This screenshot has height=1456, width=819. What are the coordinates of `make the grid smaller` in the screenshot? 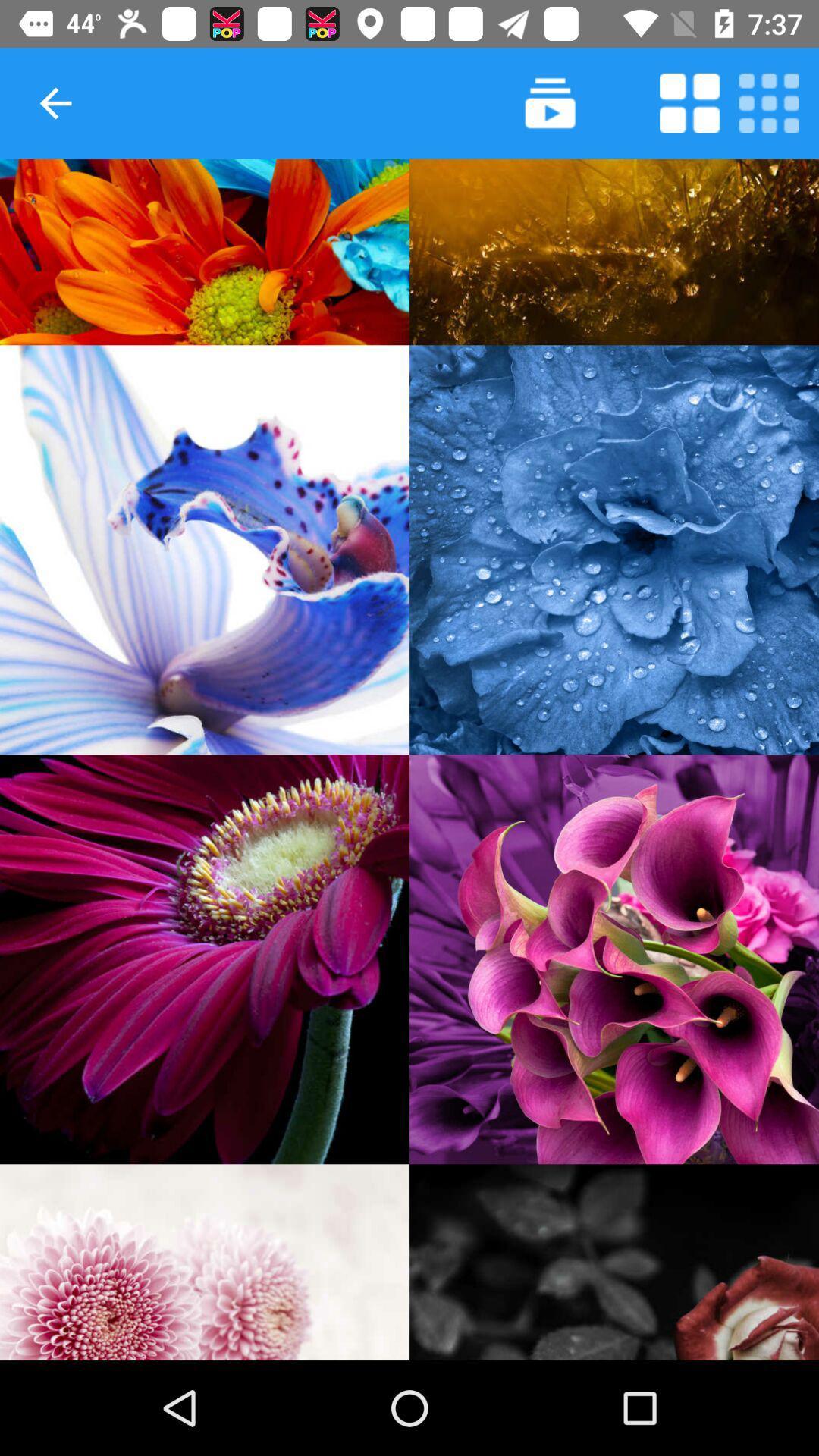 It's located at (769, 102).